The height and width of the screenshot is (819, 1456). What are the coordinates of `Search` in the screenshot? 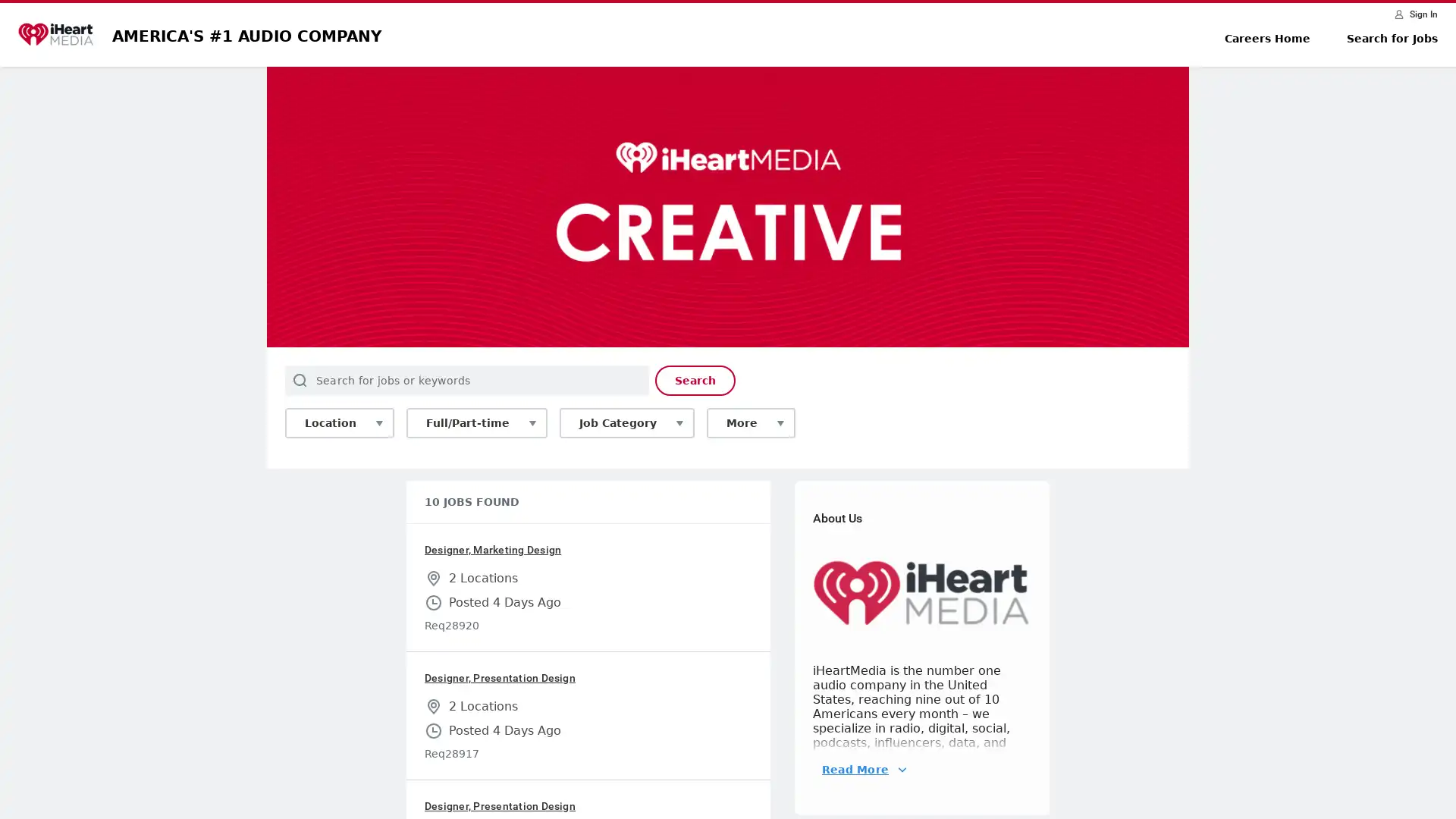 It's located at (691, 379).